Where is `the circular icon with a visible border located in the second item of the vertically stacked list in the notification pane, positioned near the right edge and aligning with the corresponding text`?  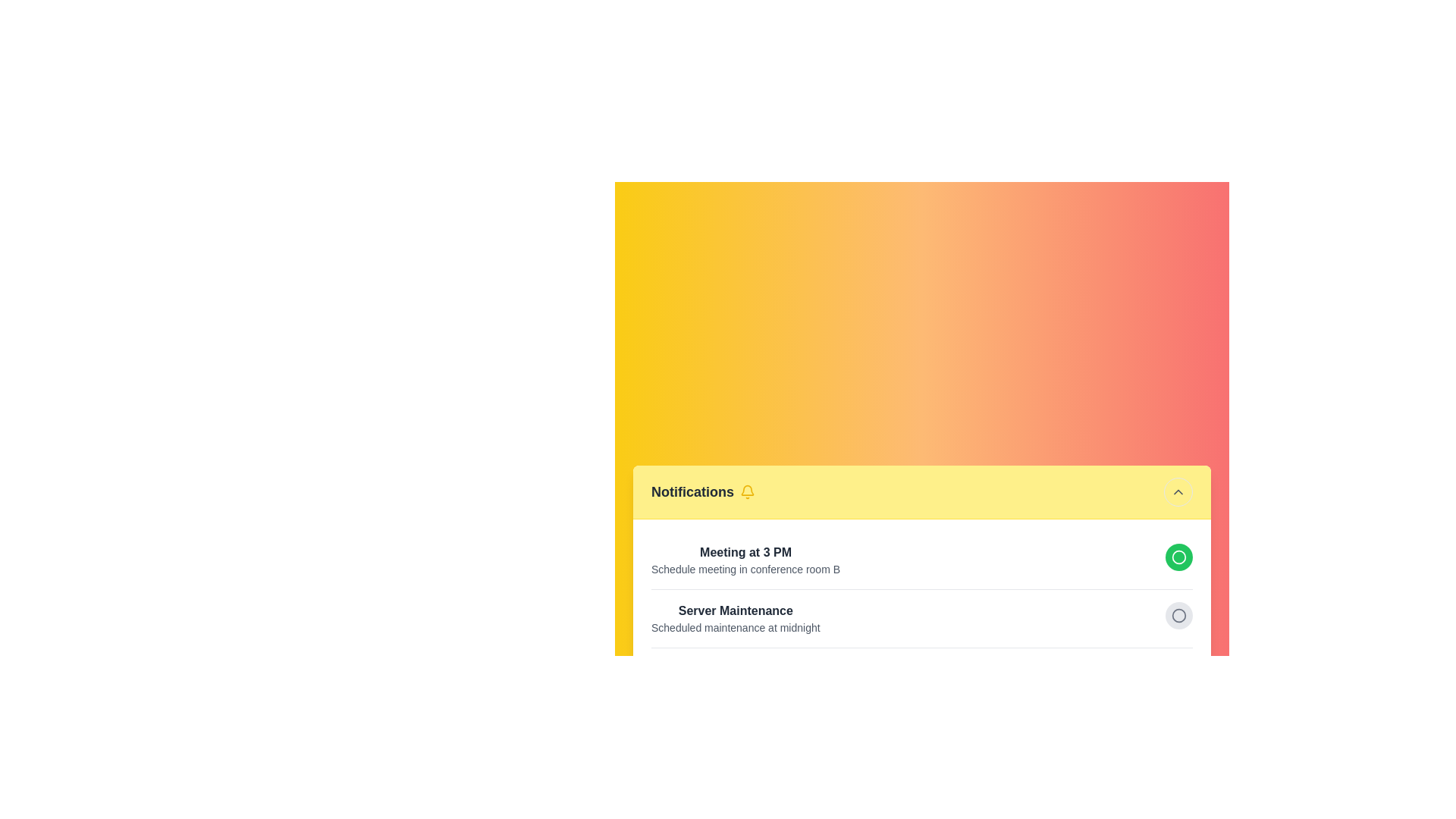 the circular icon with a visible border located in the second item of the vertically stacked list in the notification pane, positioned near the right edge and aligning with the corresponding text is located at coordinates (1178, 557).